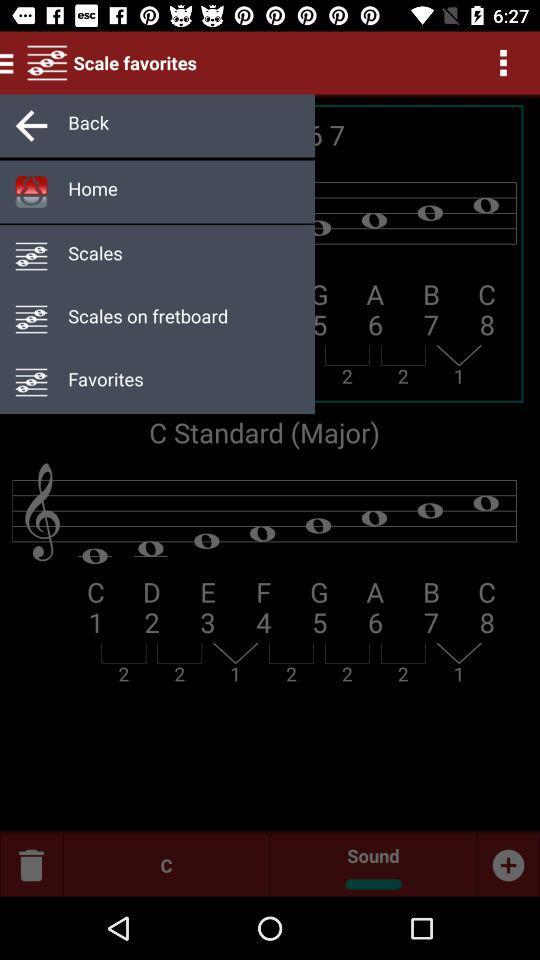 This screenshot has height=960, width=540. What do you see at coordinates (47, 62) in the screenshot?
I see `the sliders icon` at bounding box center [47, 62].